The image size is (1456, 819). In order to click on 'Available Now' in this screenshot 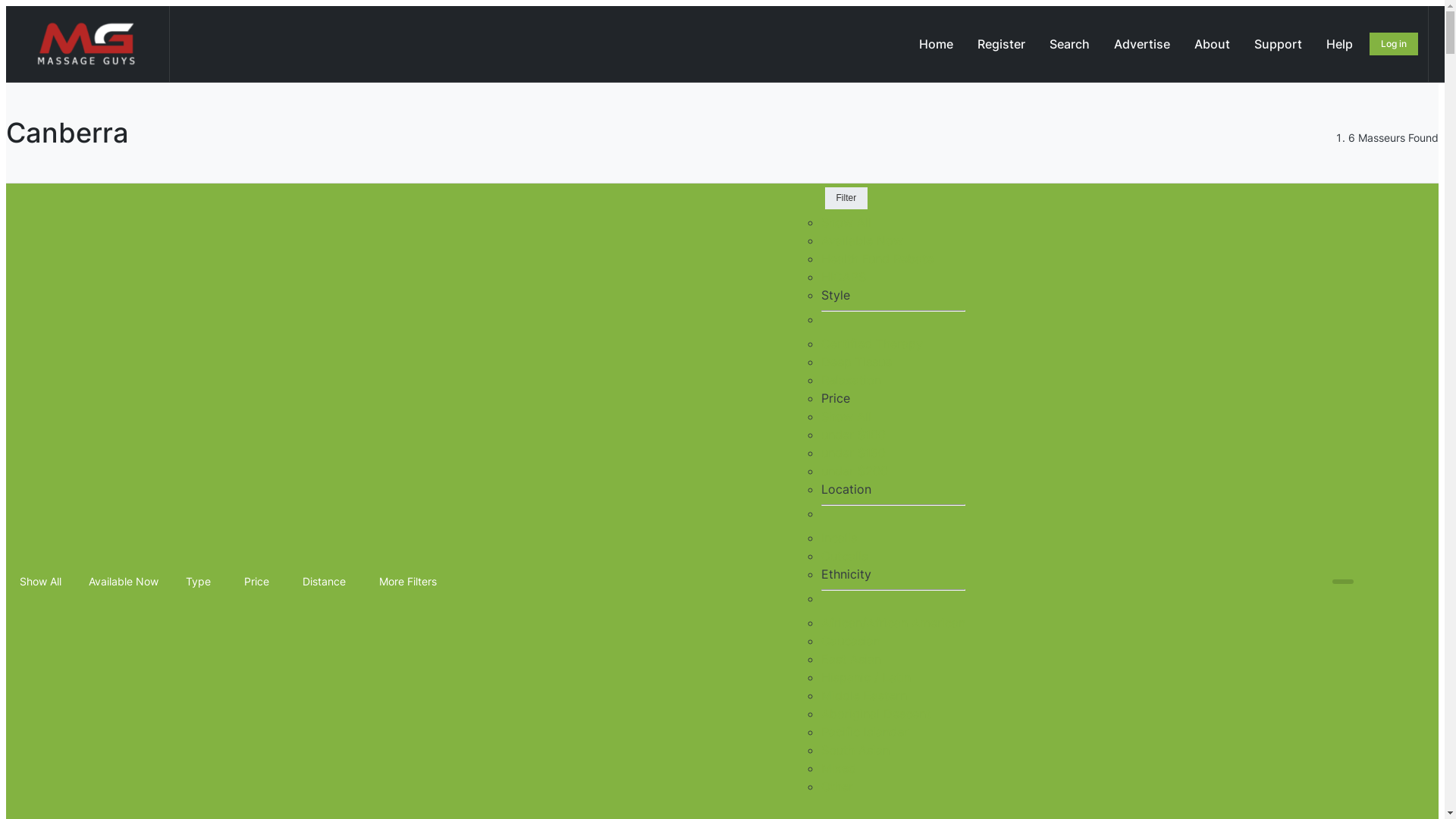, I will do `click(124, 581)`.